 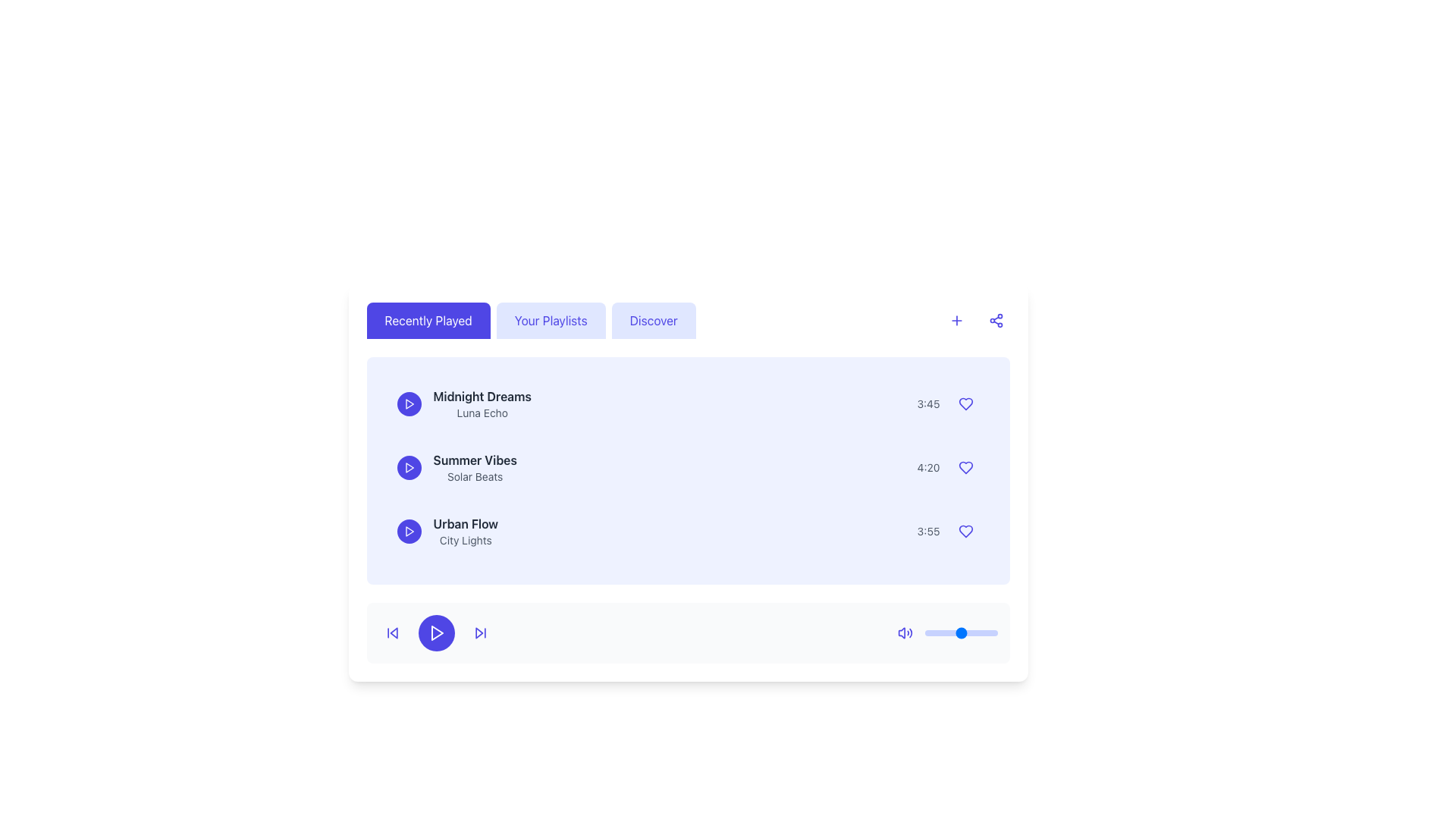 I want to click on the circular button with a heart-shaped icon located in the 'Recently Played' section, which changes to indigo on hover, so click(x=965, y=467).